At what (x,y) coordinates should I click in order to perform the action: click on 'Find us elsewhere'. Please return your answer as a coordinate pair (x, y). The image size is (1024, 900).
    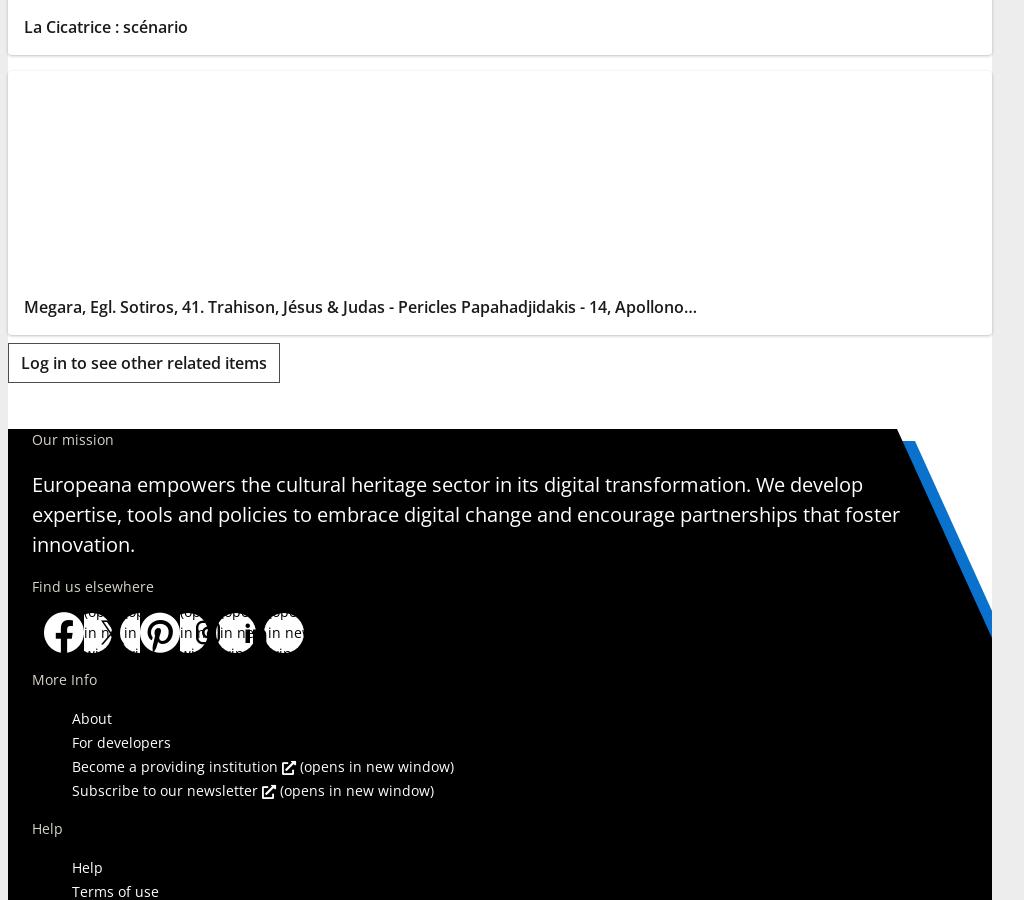
    Looking at the image, I should click on (92, 585).